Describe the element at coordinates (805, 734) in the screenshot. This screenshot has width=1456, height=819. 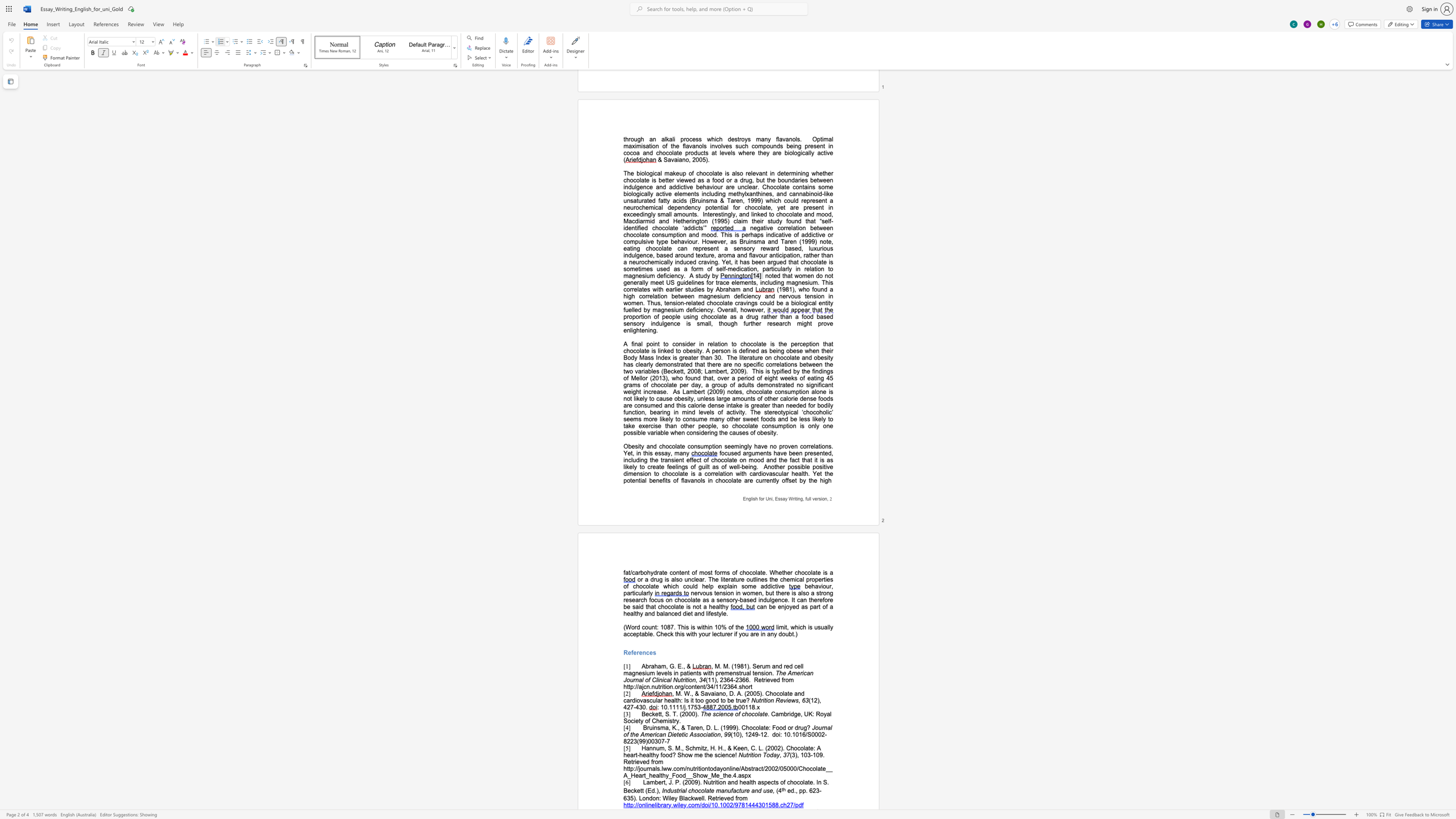
I see `the space between the continuous character "6" and "/" in the text` at that location.